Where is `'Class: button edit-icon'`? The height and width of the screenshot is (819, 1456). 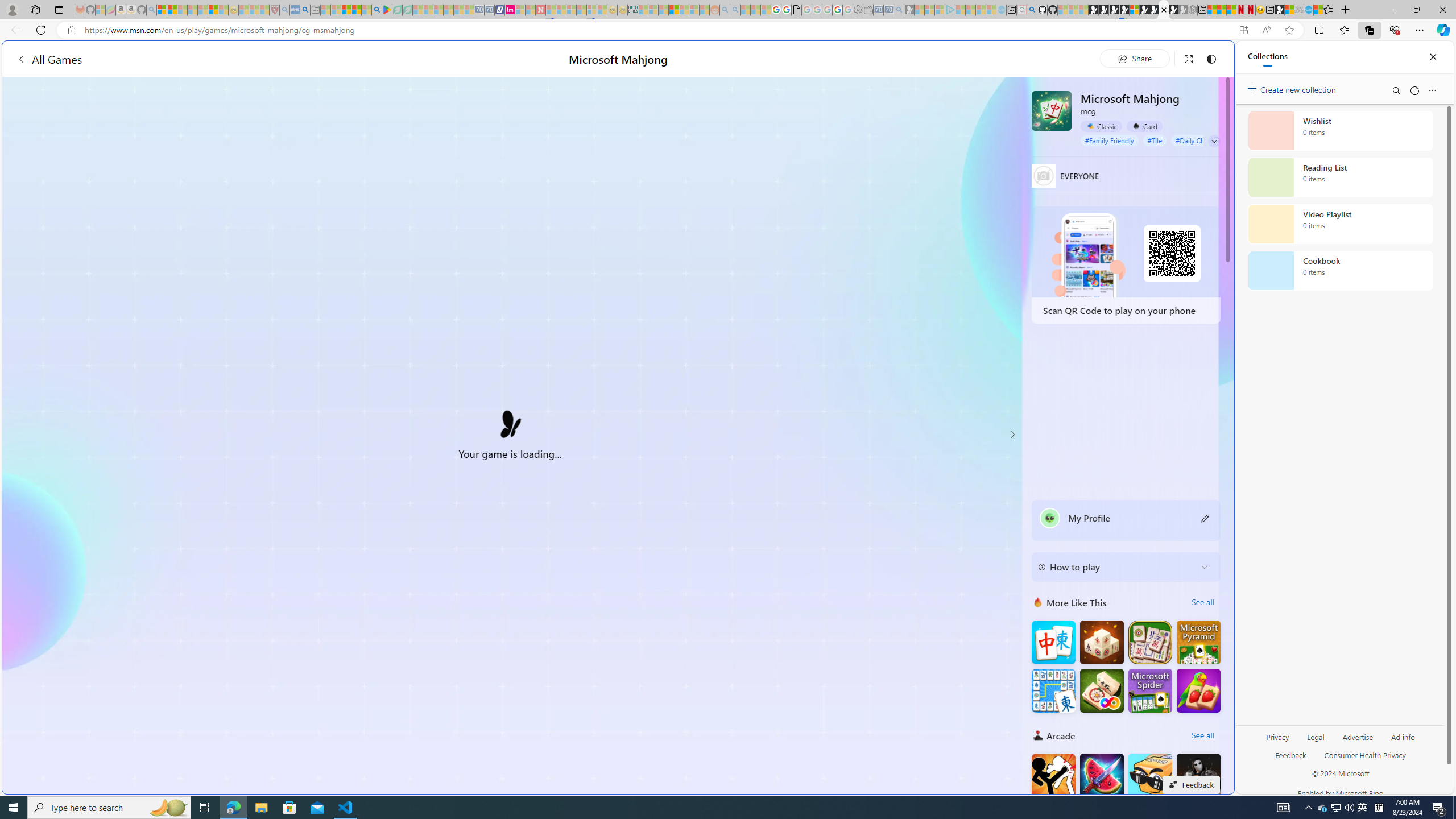
'Class: button edit-icon' is located at coordinates (1205, 517).